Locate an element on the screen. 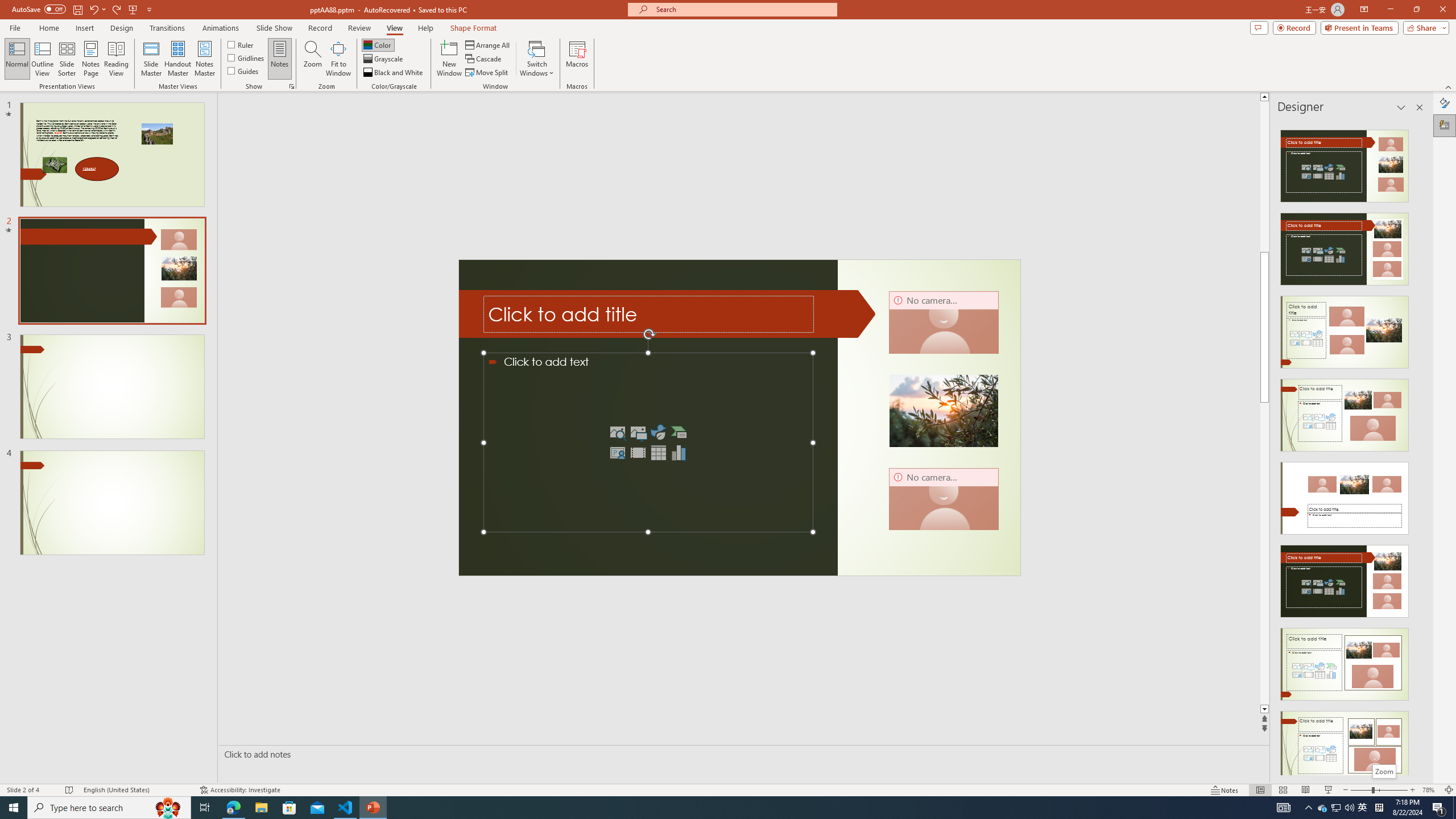 The width and height of the screenshot is (1456, 819). 'Format Background' is located at coordinates (1444, 102).